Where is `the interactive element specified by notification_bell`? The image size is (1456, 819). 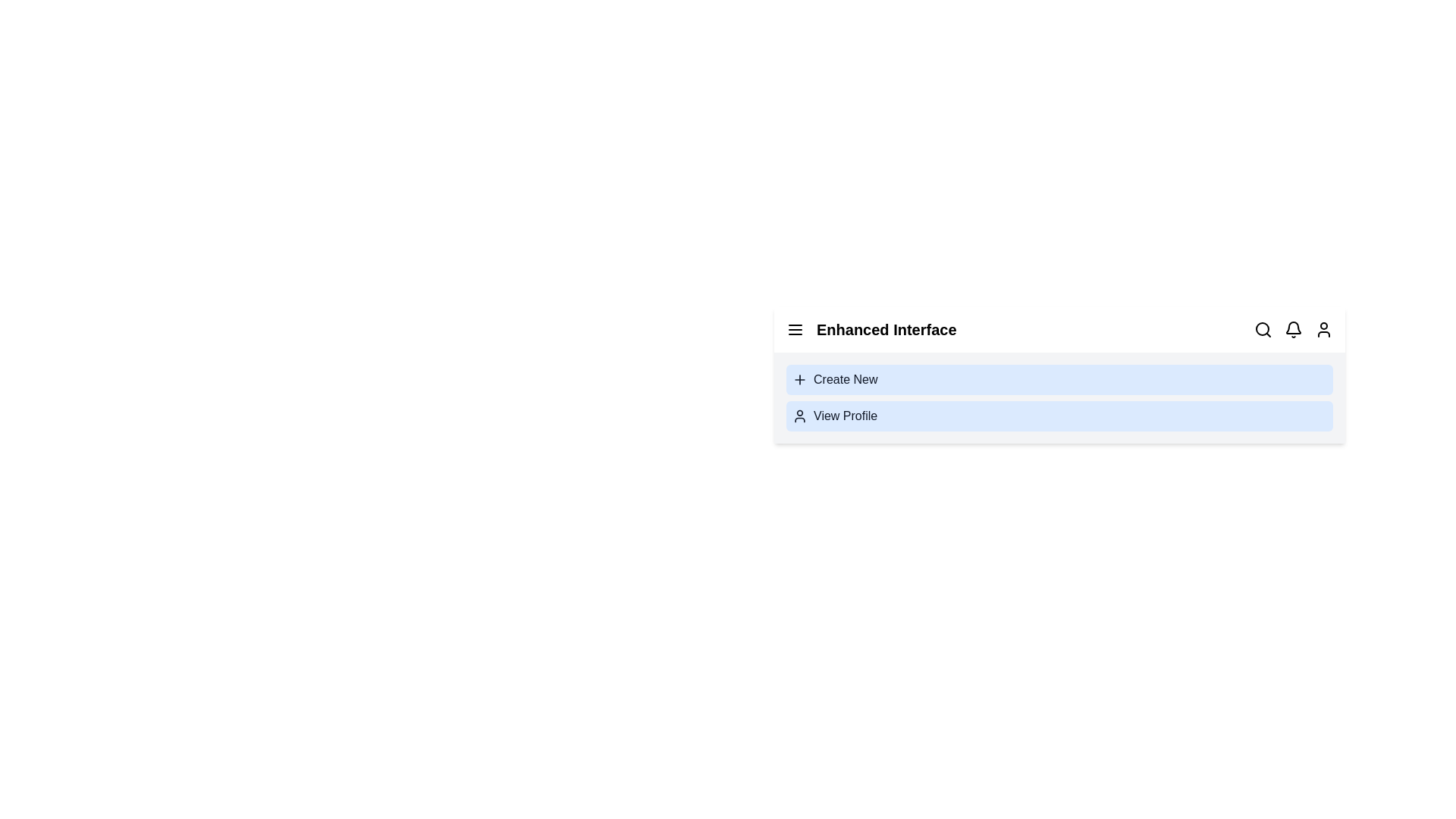
the interactive element specified by notification_bell is located at coordinates (1292, 329).